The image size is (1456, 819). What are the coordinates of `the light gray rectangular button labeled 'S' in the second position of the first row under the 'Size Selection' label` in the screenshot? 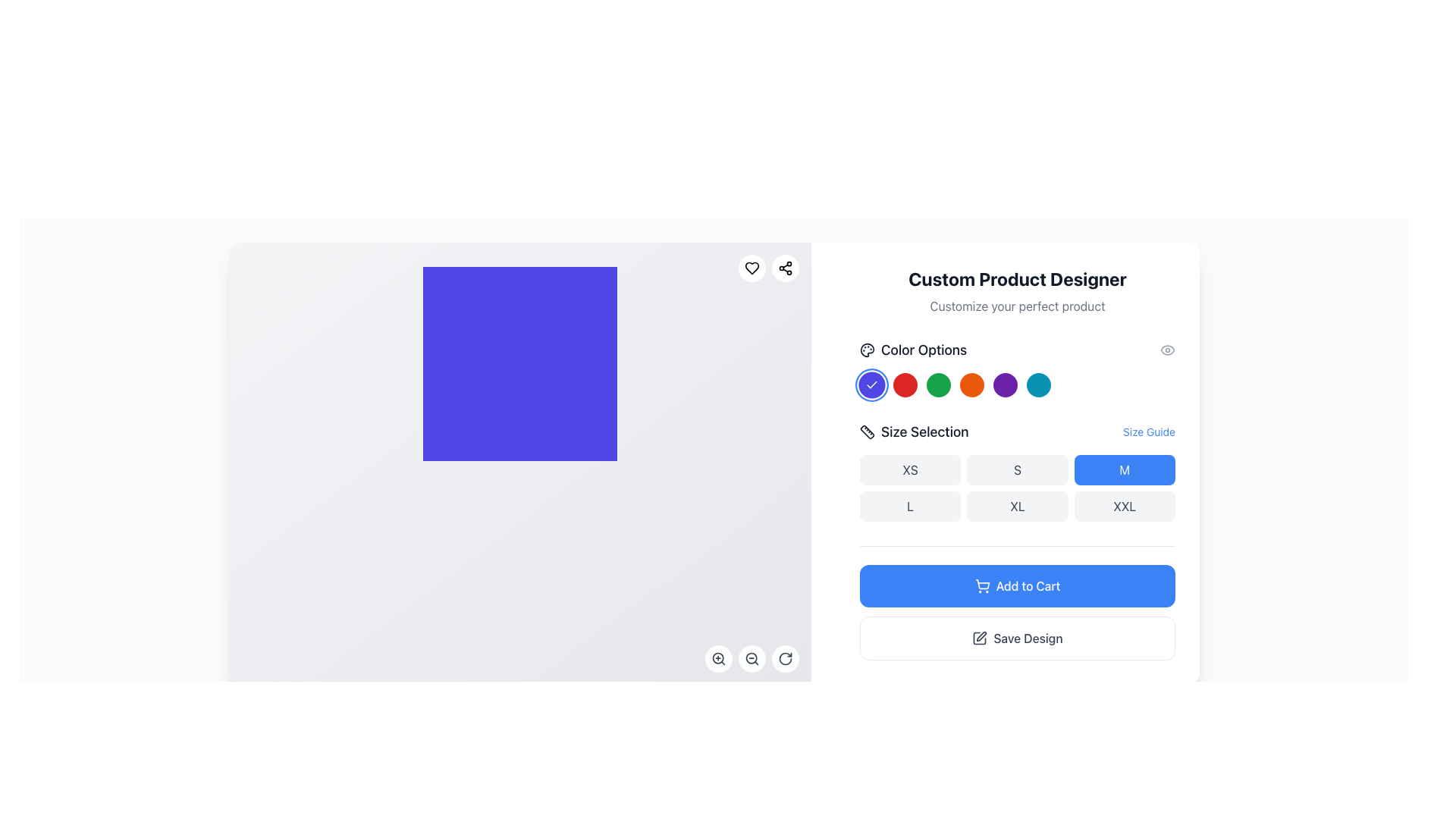 It's located at (1018, 470).